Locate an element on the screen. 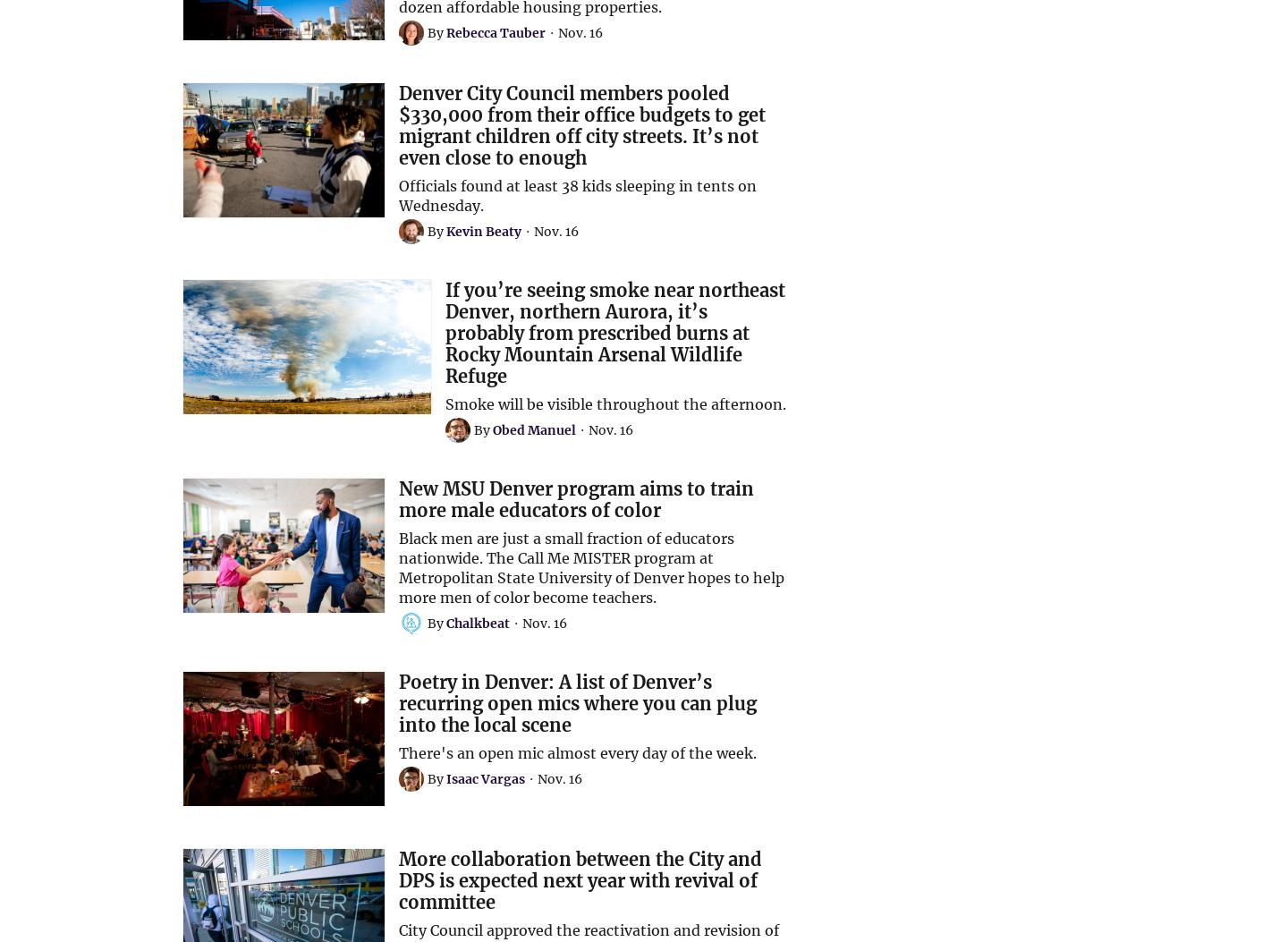 This screenshot has height=942, width=1288. 'Obed Manuel' is located at coordinates (534, 430).